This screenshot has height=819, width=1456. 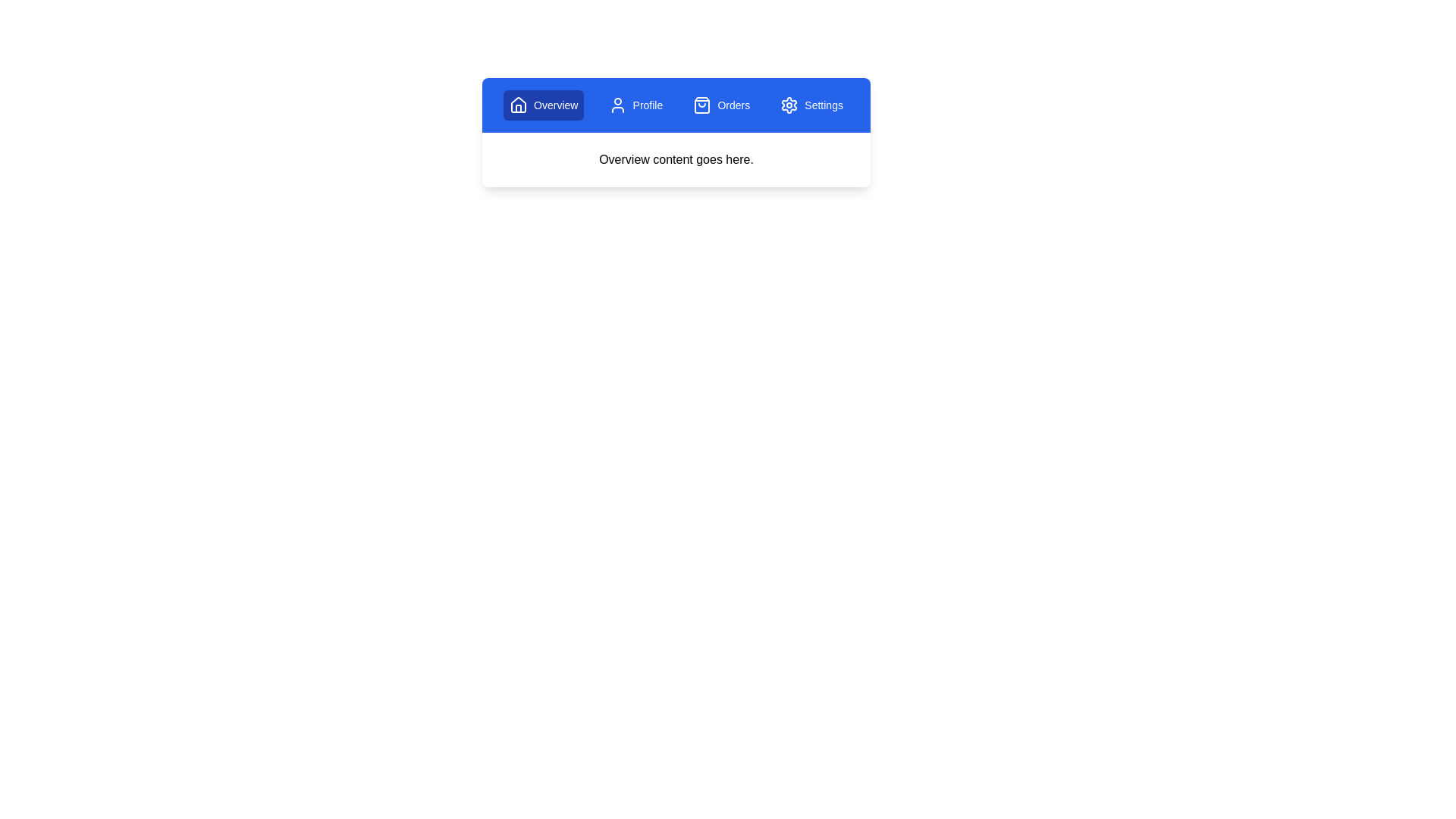 I want to click on the 'Orders' icon in the navigation bar, so click(x=701, y=104).